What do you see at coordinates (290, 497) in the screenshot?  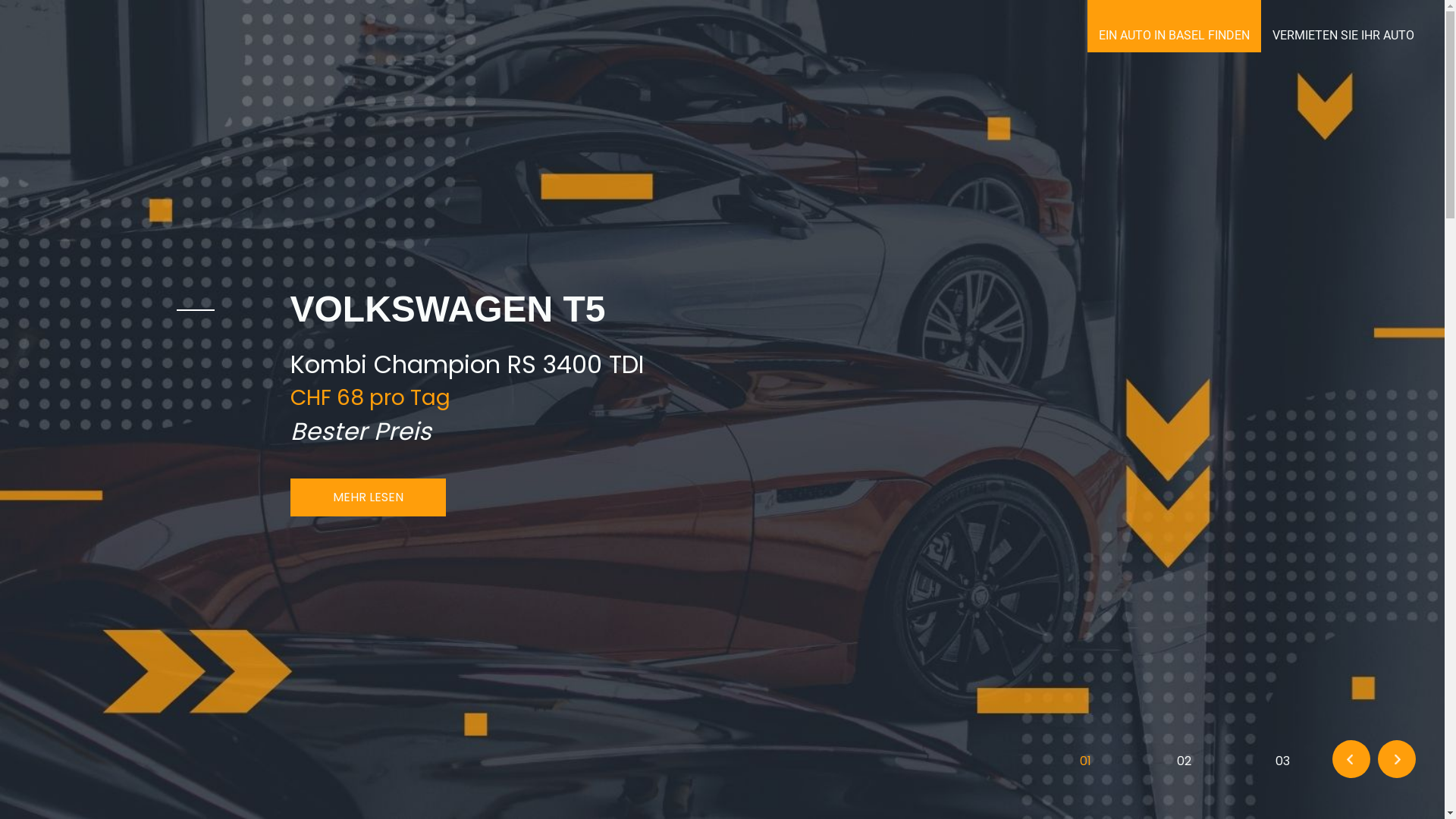 I see `'MEHR LESEN'` at bounding box center [290, 497].